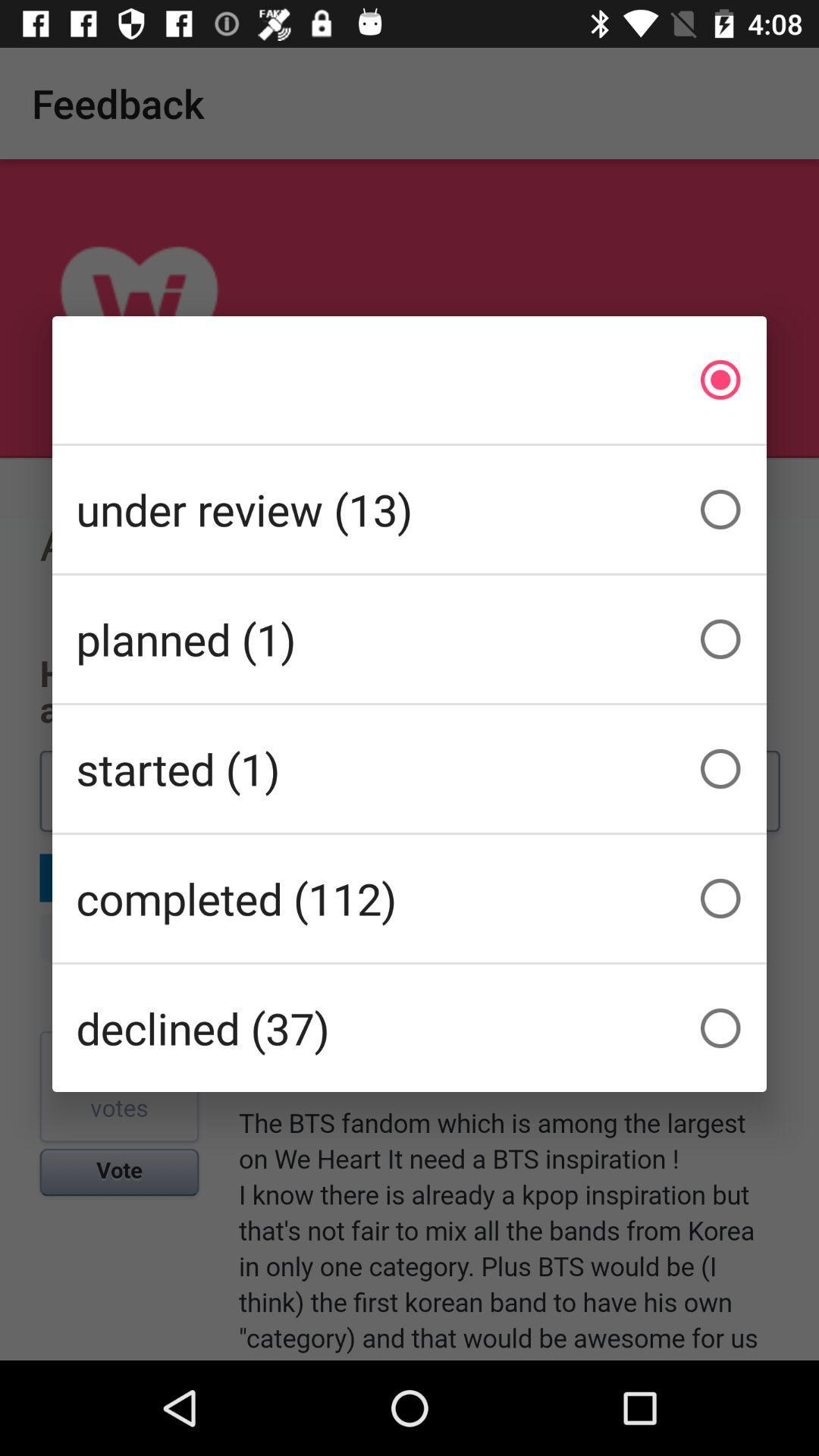 This screenshot has height=1456, width=819. I want to click on the item above the planned (1) item, so click(409, 510).